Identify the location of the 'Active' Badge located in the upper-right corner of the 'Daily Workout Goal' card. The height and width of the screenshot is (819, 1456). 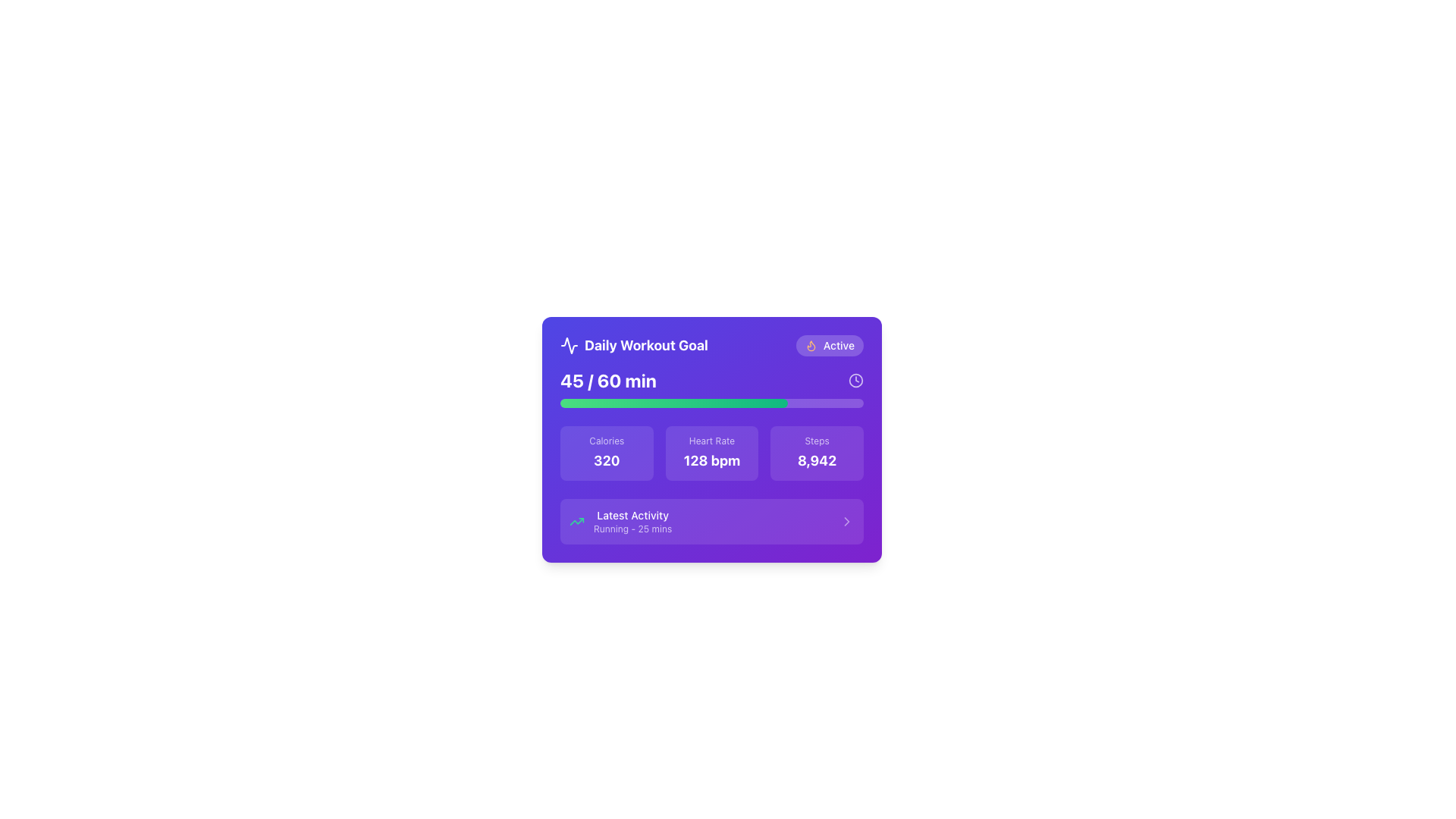
(829, 345).